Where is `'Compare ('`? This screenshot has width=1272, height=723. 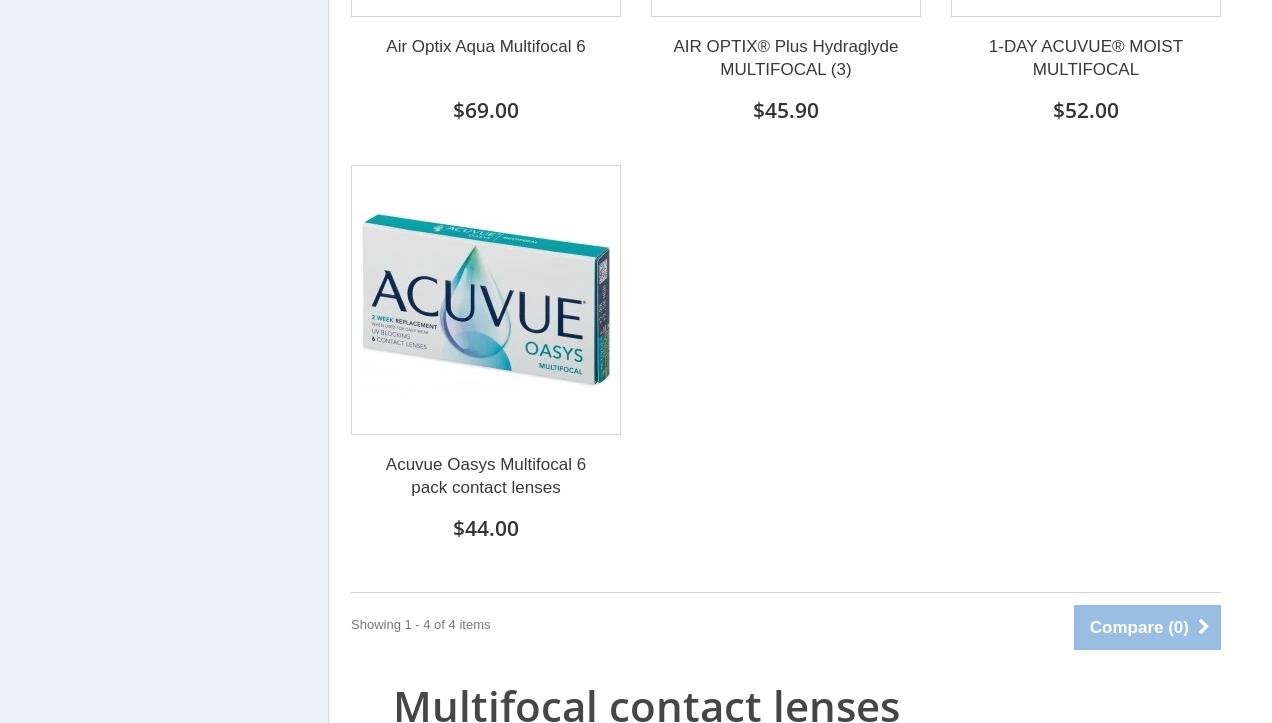
'Compare (' is located at coordinates (1131, 626).